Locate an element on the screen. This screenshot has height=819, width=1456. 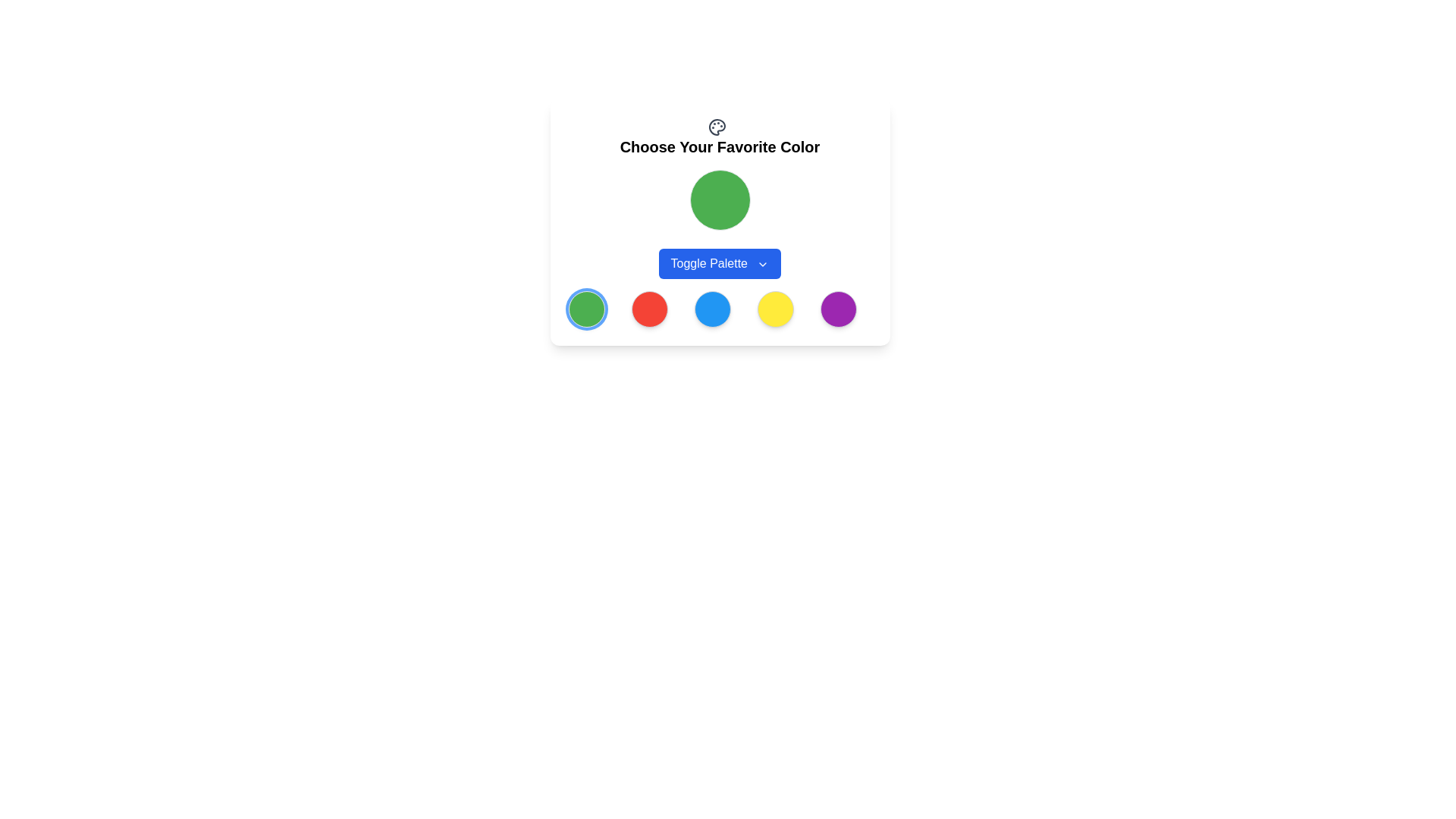
the bold and large text label displaying 'Choose Your Favorite Color' located at the top-center of the interactive card interface is located at coordinates (719, 146).